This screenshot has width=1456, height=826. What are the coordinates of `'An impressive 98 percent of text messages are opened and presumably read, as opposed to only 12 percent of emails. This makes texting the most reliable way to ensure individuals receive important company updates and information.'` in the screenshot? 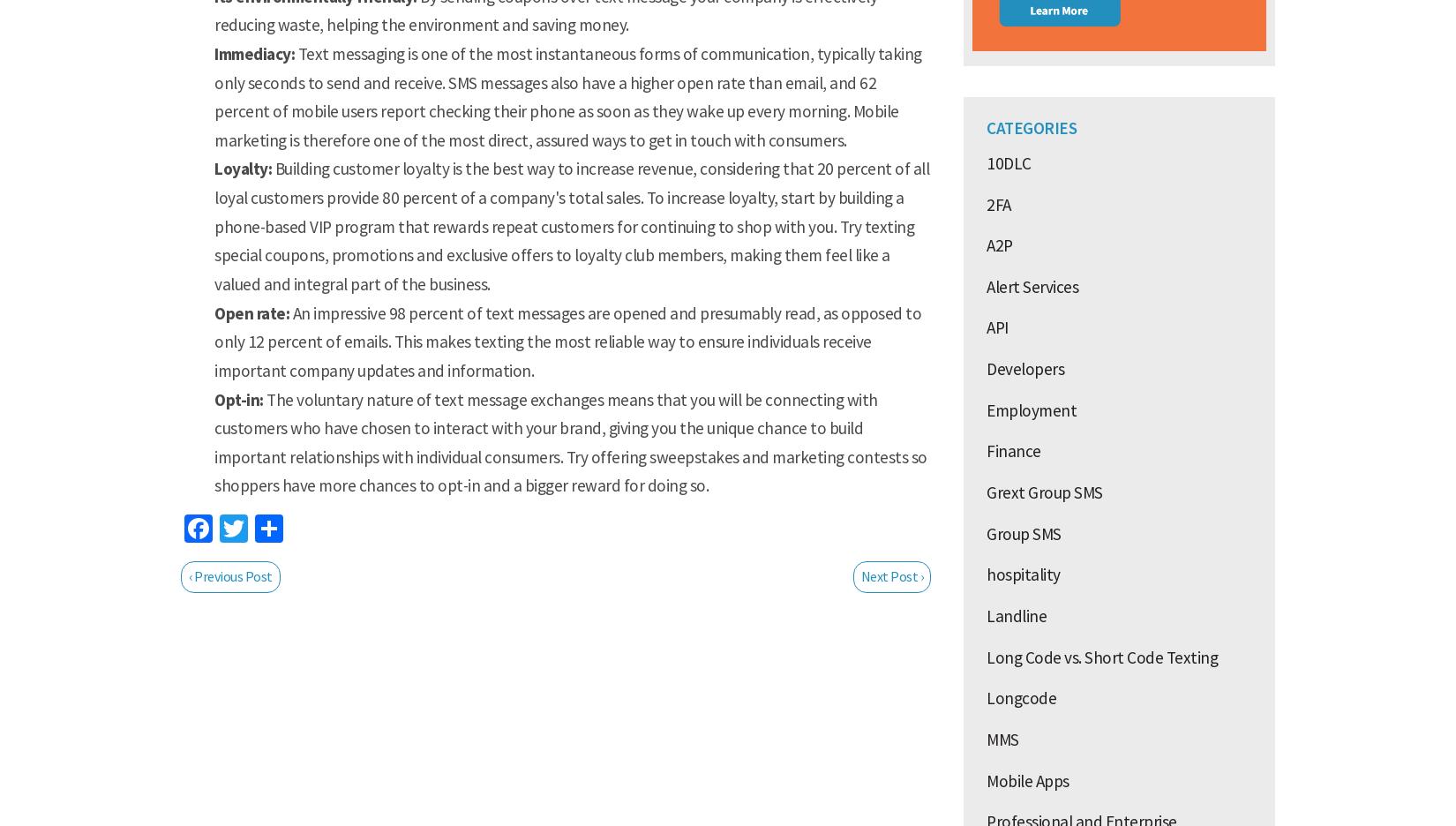 It's located at (214, 341).